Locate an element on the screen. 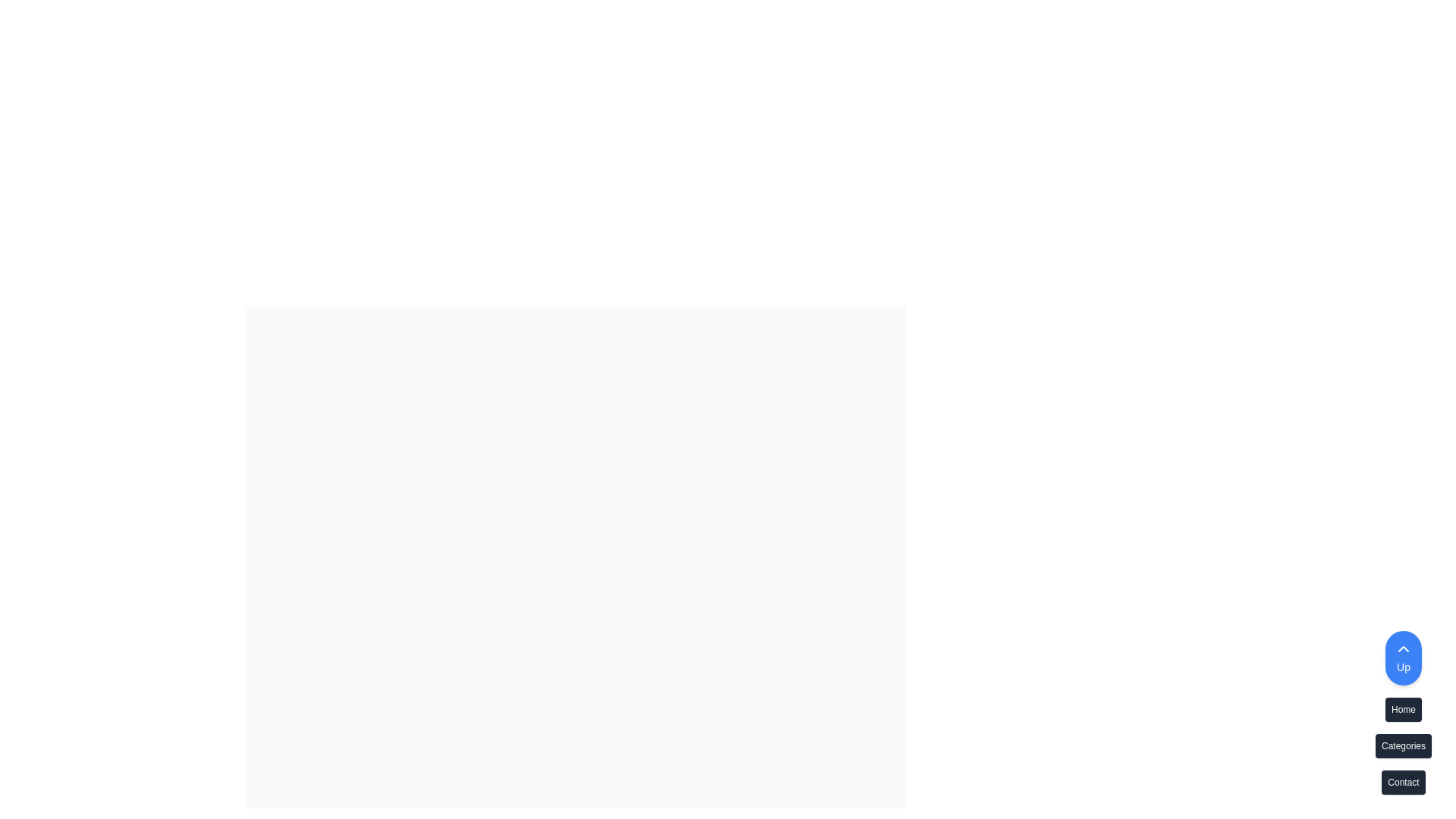 The height and width of the screenshot is (819, 1456). the 'Up' text label within the button component located at the bottom-right corner of the interface is located at coordinates (1403, 666).